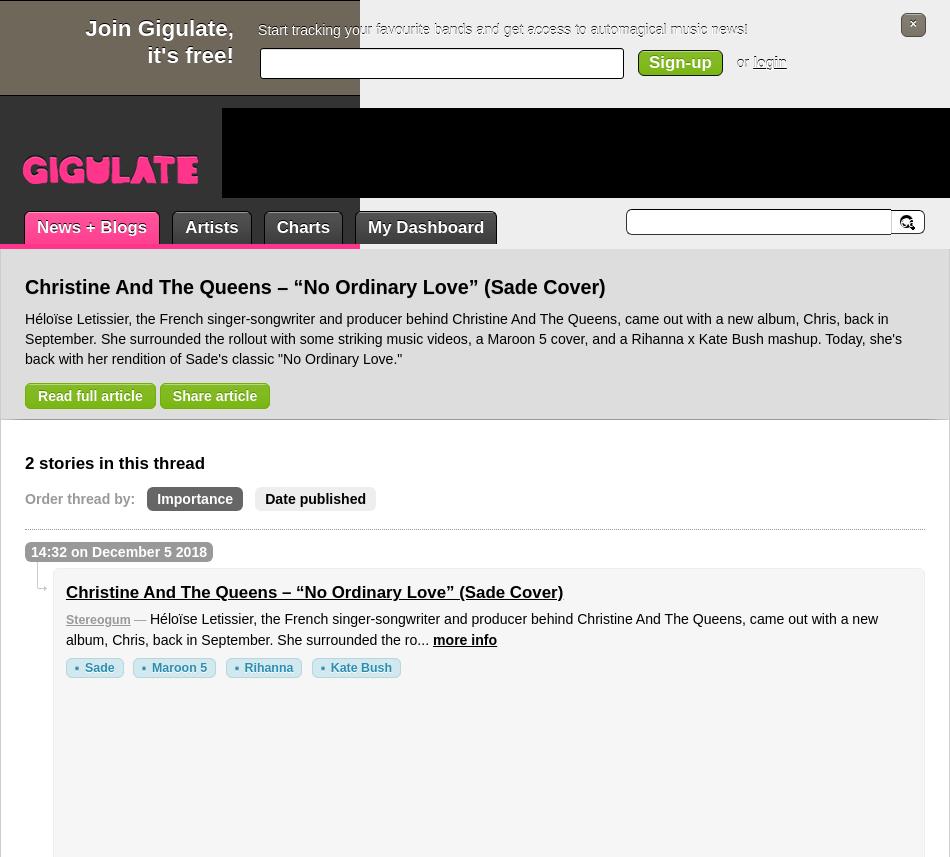 The height and width of the screenshot is (857, 950). I want to click on 'News + Blogs', so click(91, 225).